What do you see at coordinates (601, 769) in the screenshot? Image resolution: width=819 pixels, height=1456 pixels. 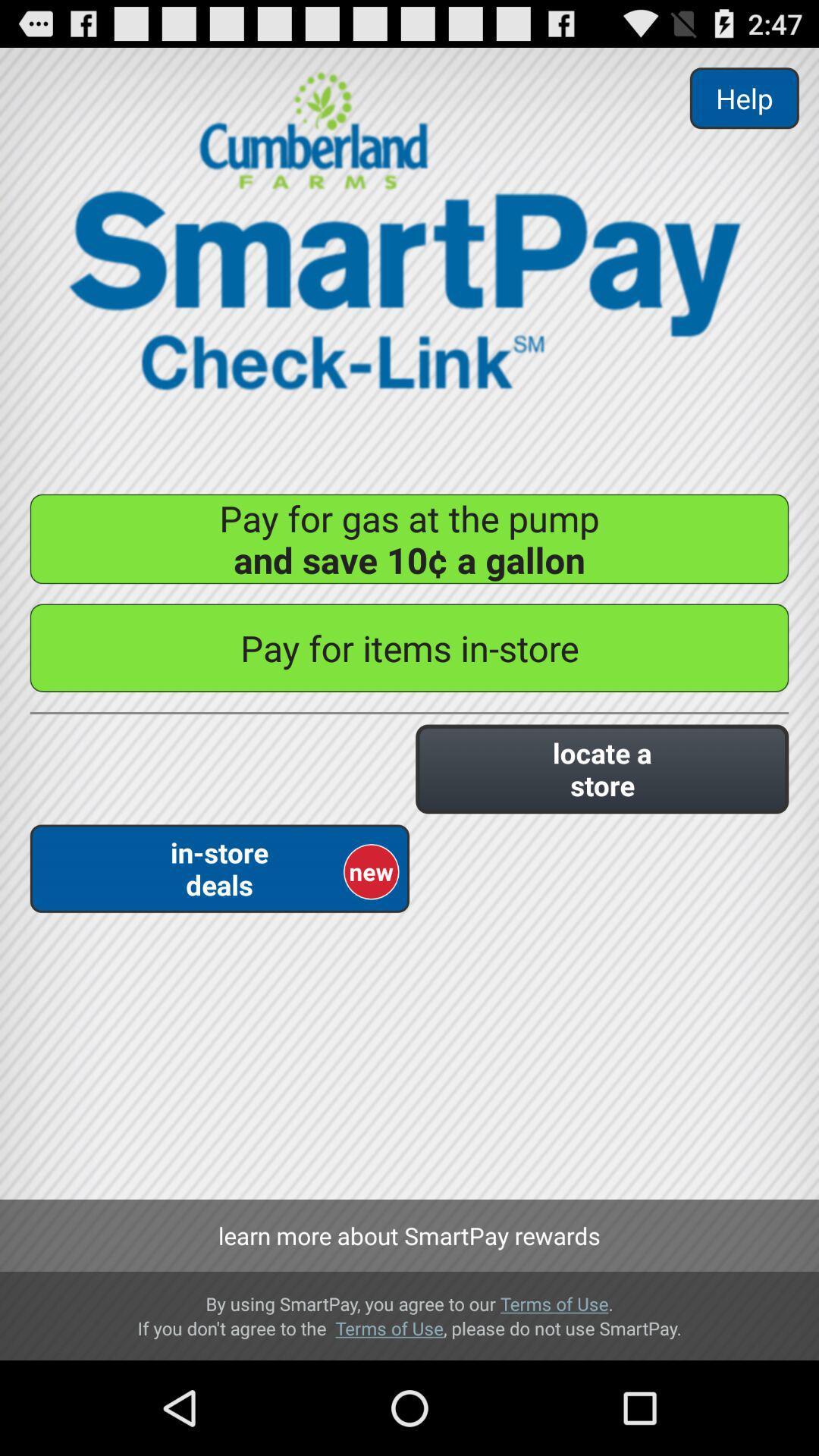 I see `icon to the right of in-store` at bounding box center [601, 769].